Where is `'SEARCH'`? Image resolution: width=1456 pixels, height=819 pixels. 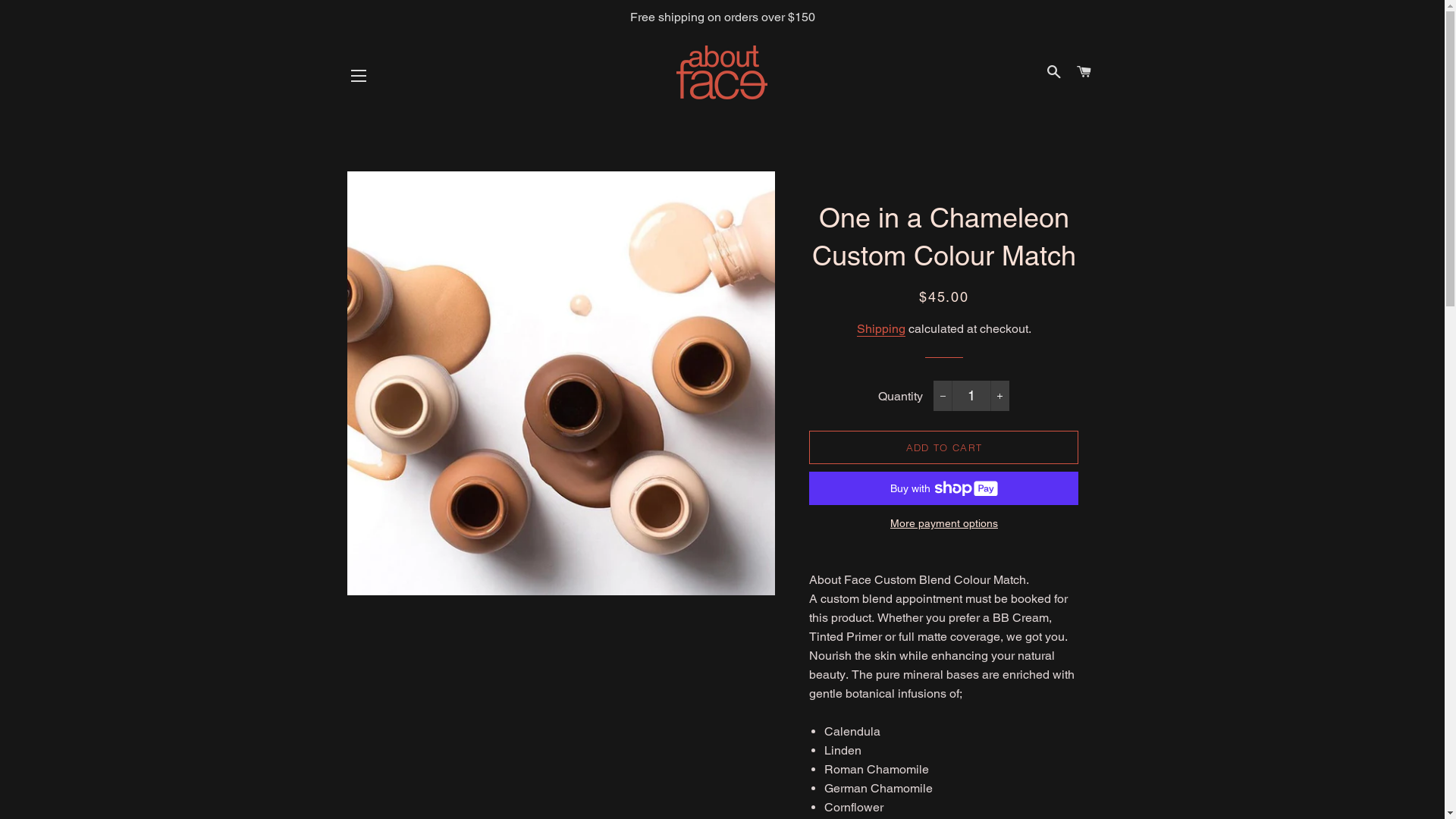 'SEARCH' is located at coordinates (1053, 72).